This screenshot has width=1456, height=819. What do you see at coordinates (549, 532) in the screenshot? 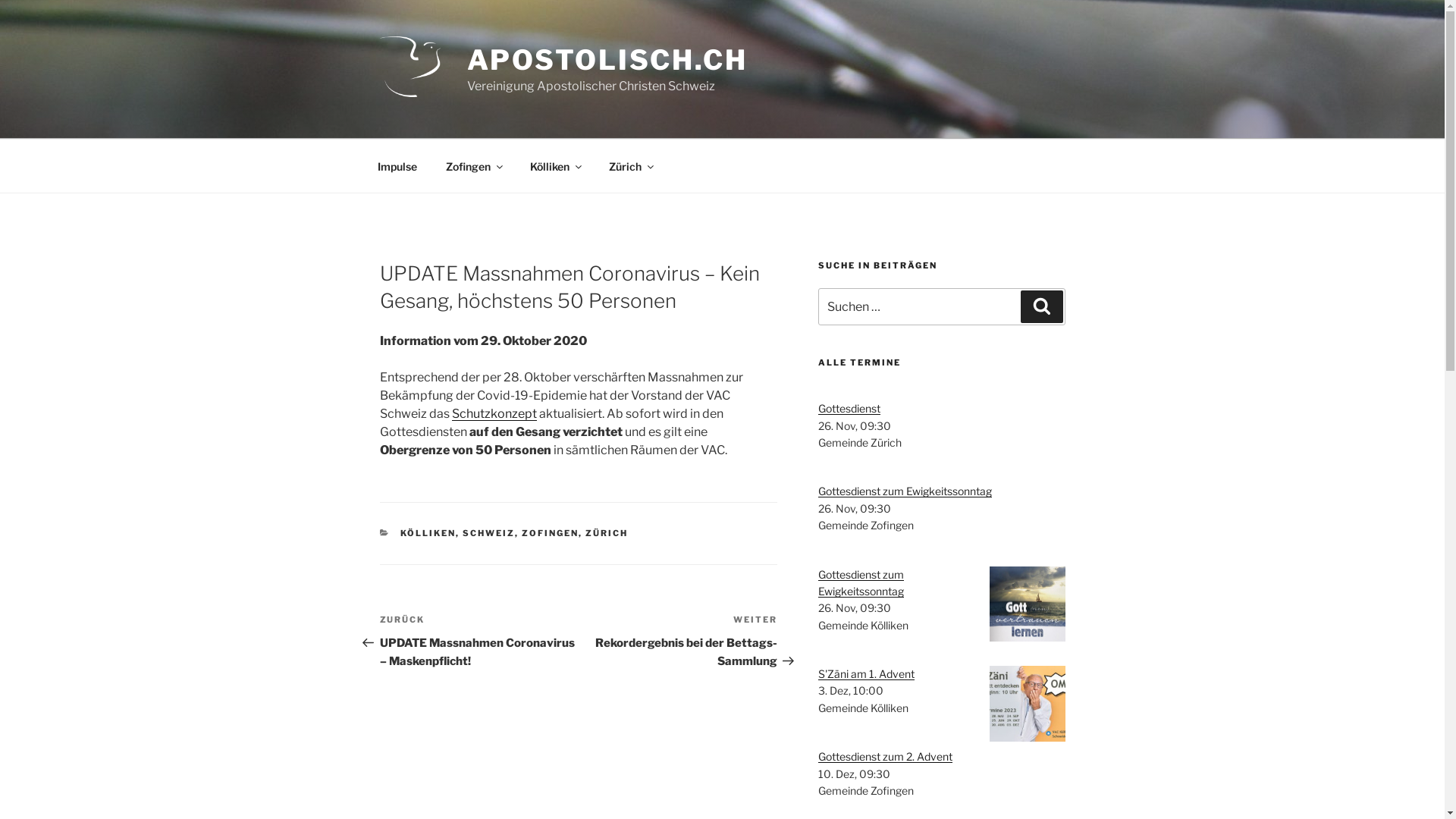
I see `'ZOFINGEN'` at bounding box center [549, 532].